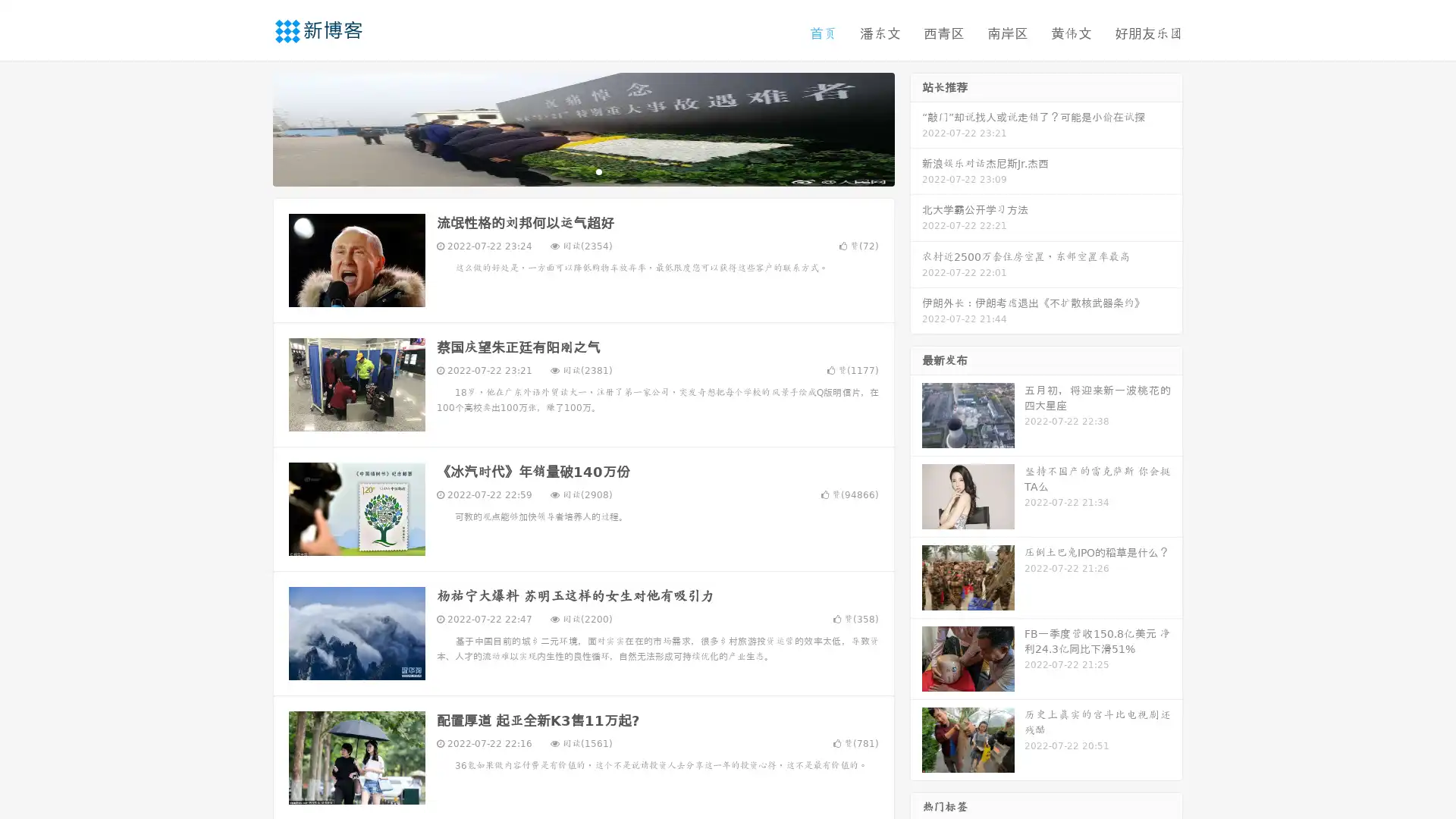  What do you see at coordinates (916, 127) in the screenshot?
I see `Next slide` at bounding box center [916, 127].